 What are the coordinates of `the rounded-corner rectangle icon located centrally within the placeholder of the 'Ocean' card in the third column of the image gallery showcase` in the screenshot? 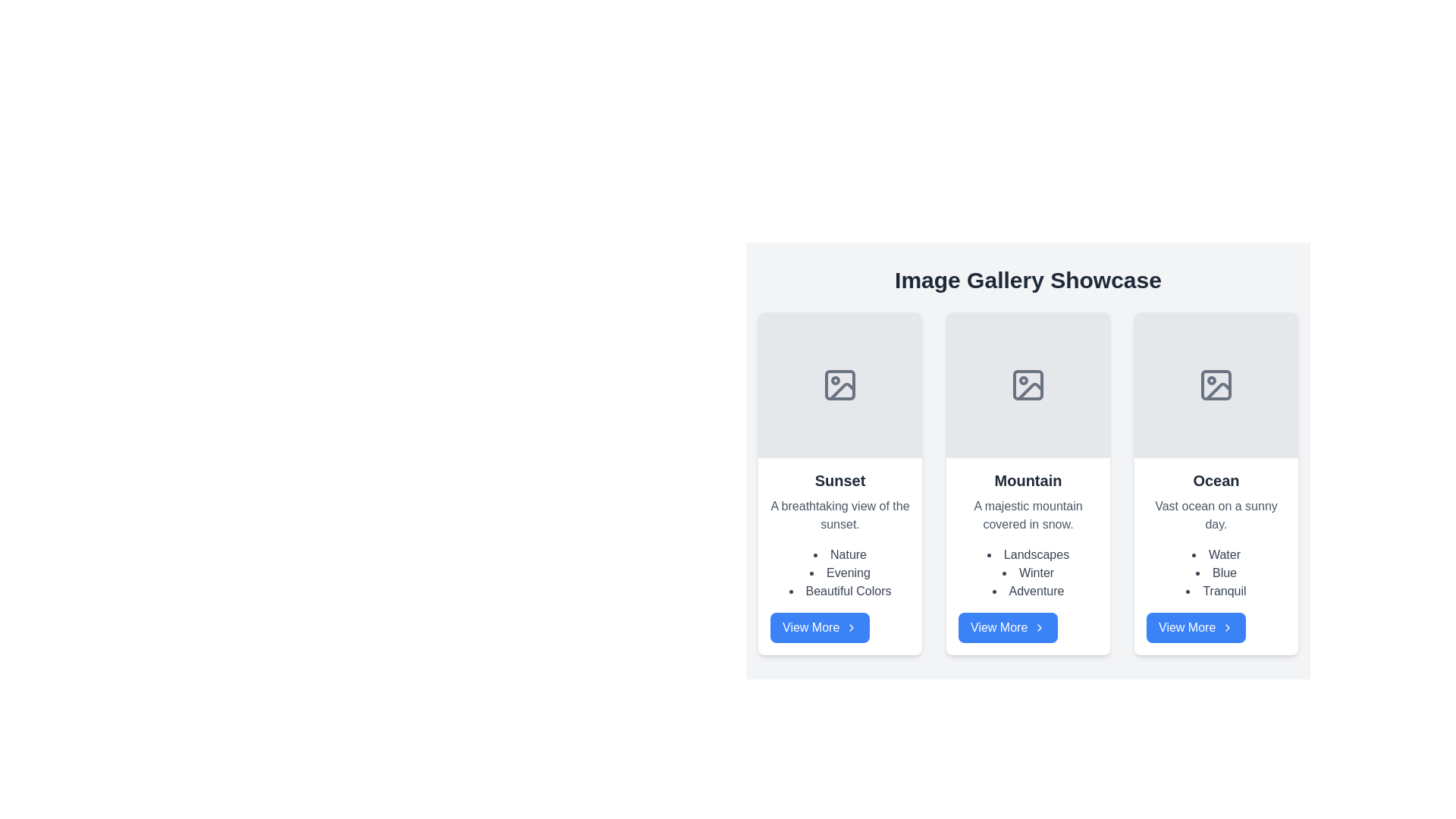 It's located at (1216, 384).